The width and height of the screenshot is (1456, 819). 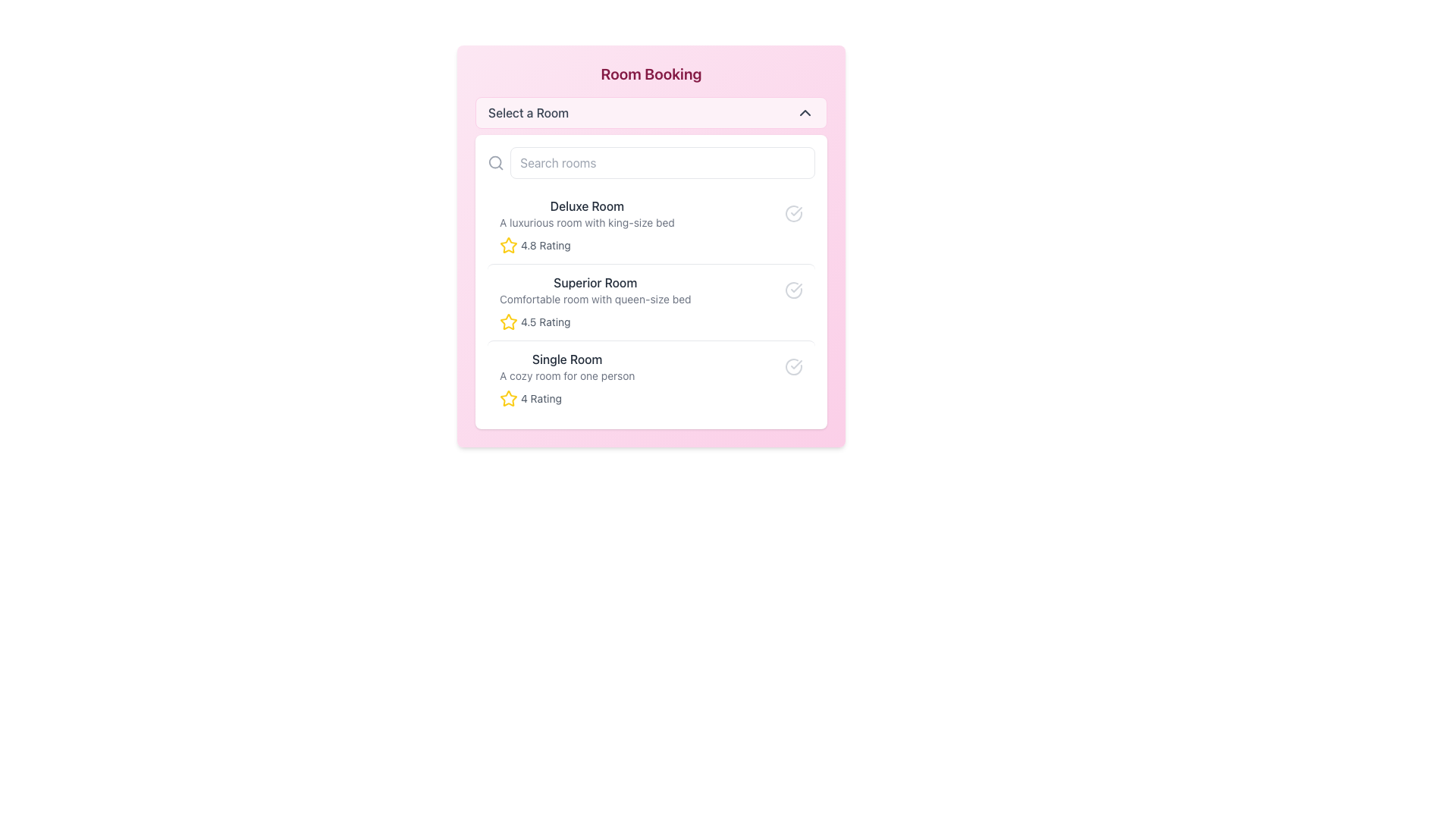 I want to click on the first star-shaped yellow icon in the 'Room Booking' section, which is positioned next to the rating information for the 'Deluxe Room', so click(x=509, y=244).